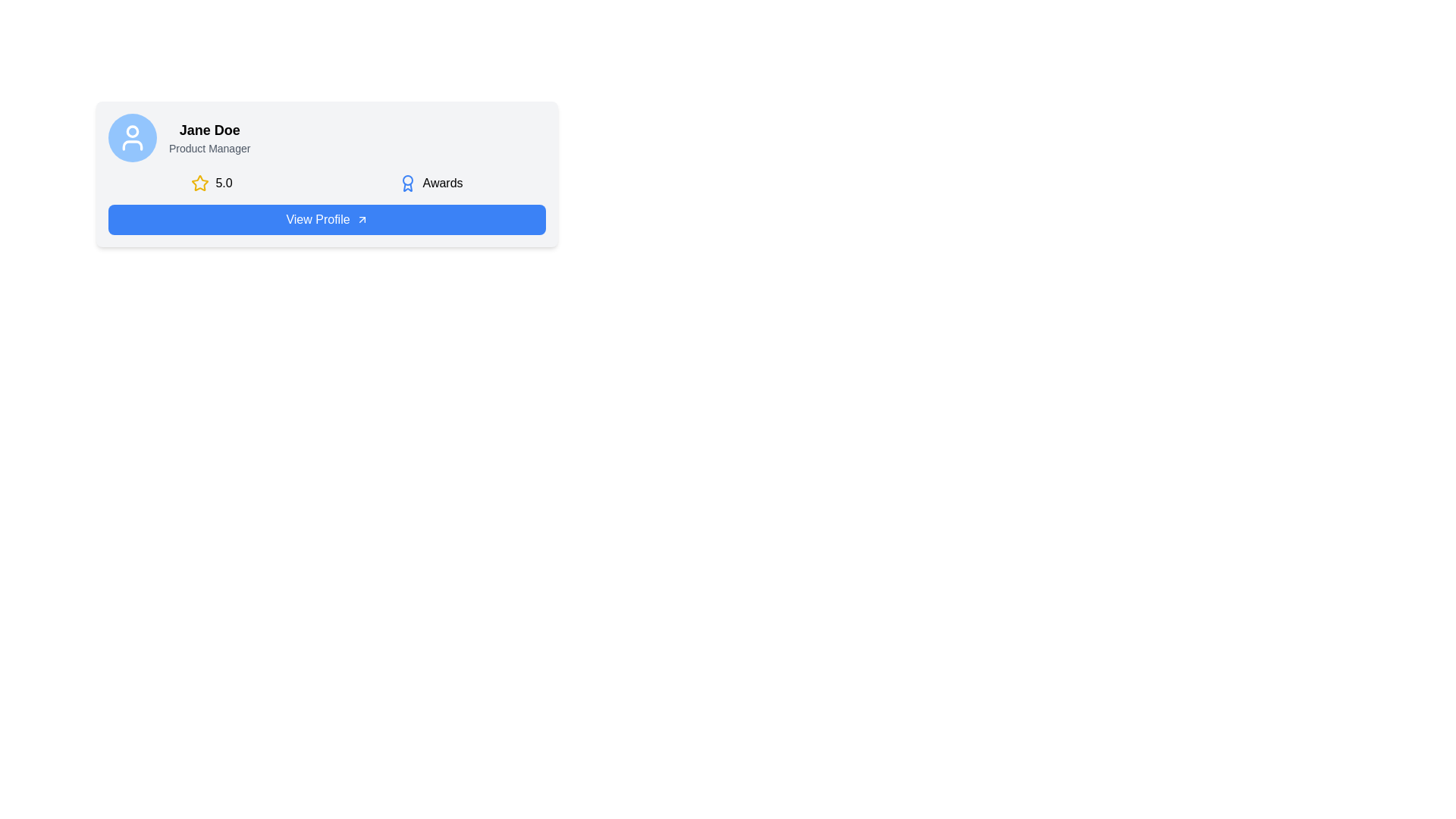 Image resolution: width=1456 pixels, height=819 pixels. I want to click on the label 'View Profile' on the button which is part of the profile card layout, displaying in white font against a blue background, so click(317, 219).